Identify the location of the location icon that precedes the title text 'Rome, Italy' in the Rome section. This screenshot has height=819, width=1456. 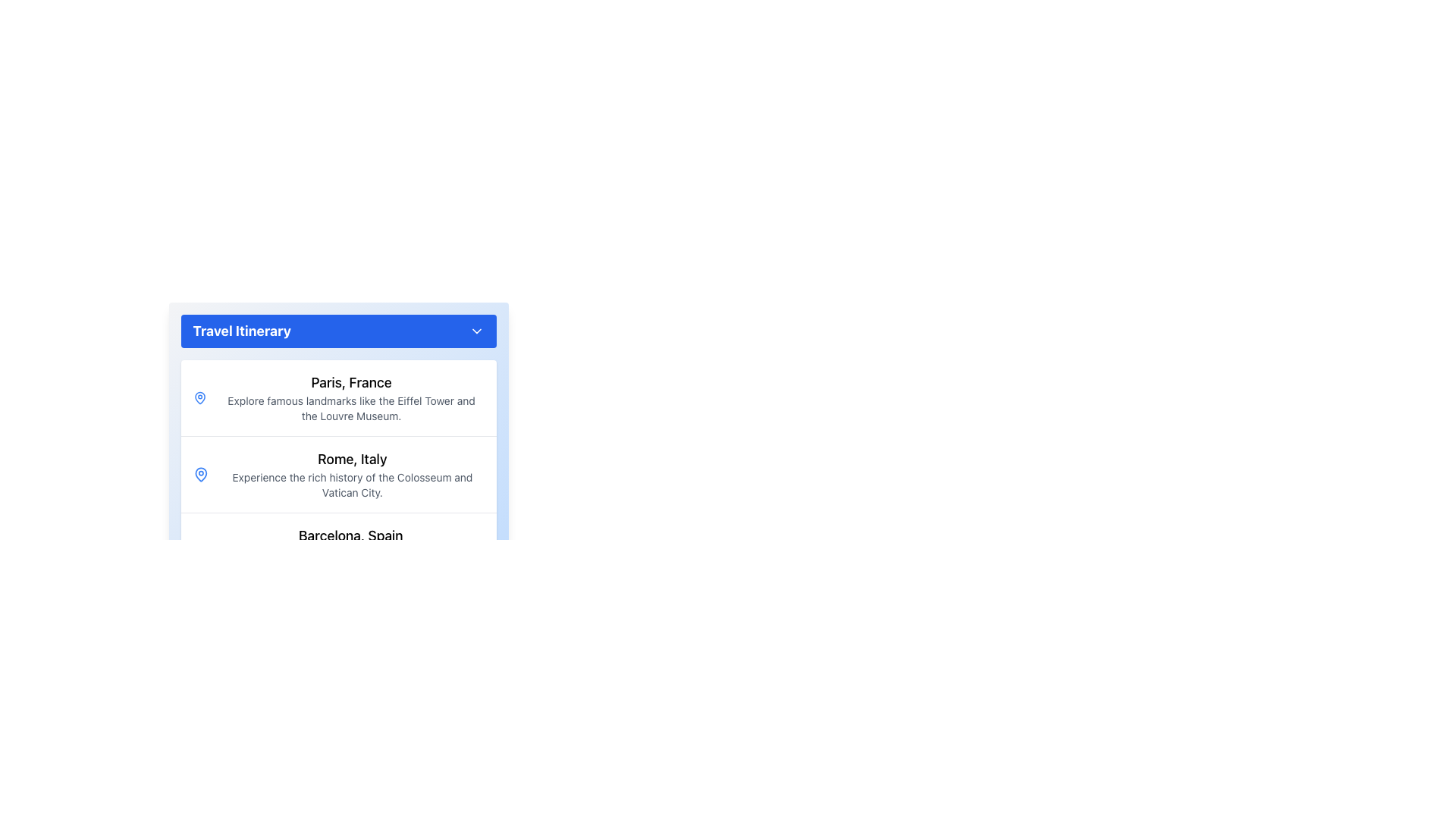
(199, 473).